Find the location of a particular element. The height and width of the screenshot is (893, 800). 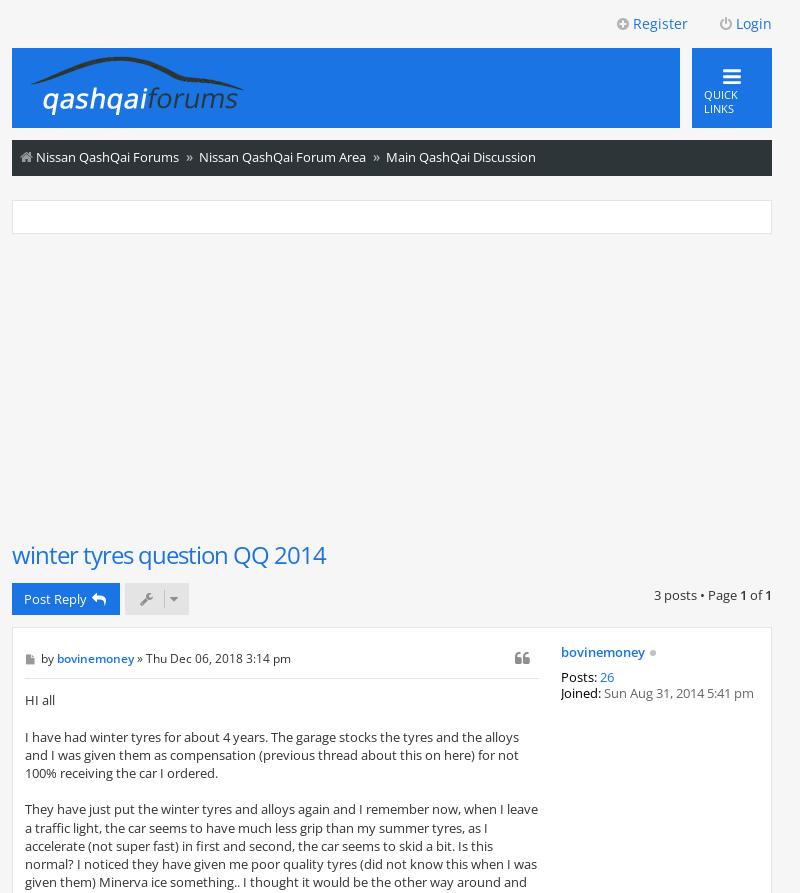

'of' is located at coordinates (756, 593).